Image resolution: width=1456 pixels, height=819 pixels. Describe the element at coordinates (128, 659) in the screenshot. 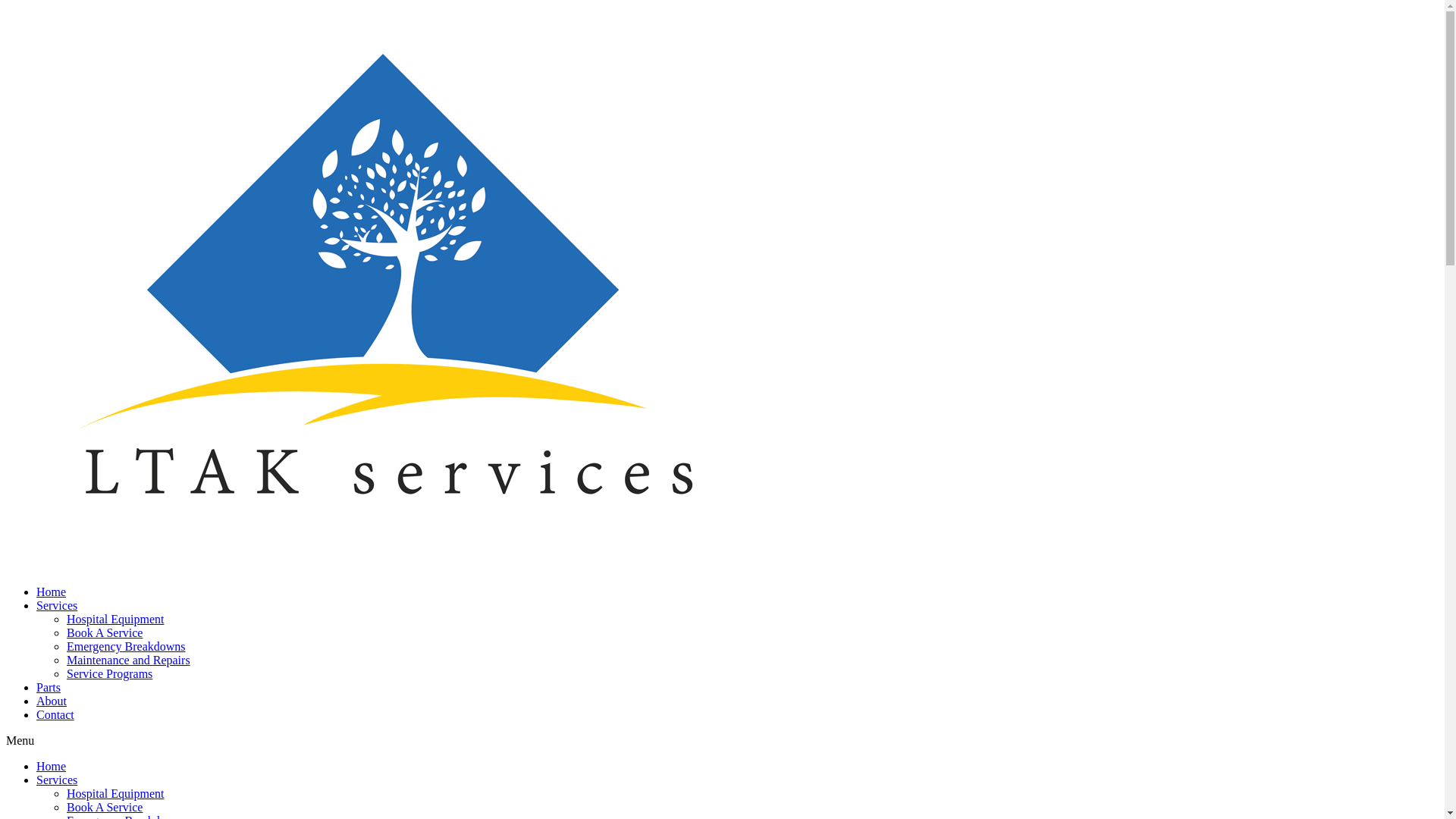

I see `'Maintenance and Repairs'` at that location.